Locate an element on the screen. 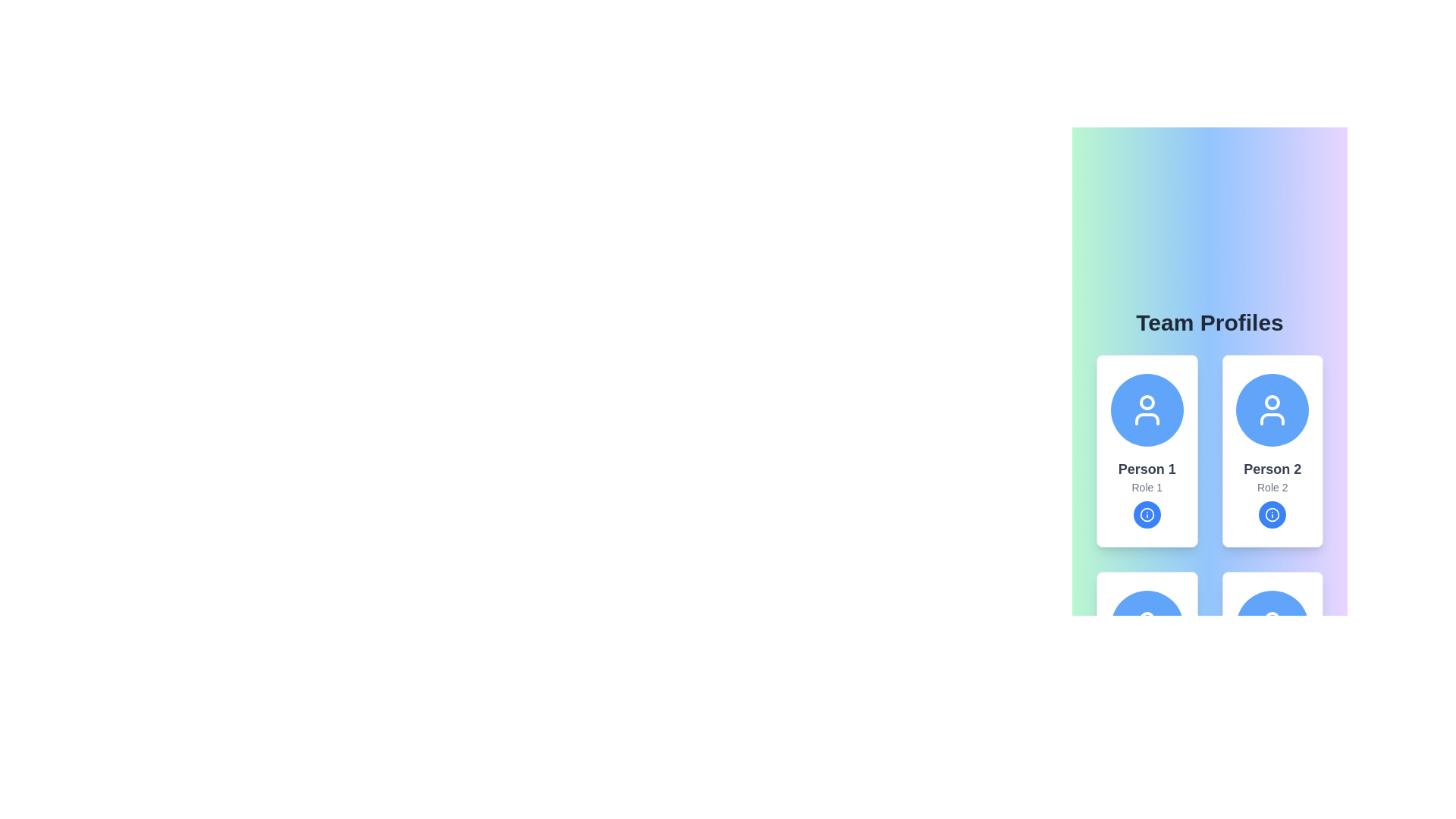 This screenshot has height=819, width=1456. role information displayed in the text label 'Role 1' which is styled with small, gray text located below the name label 'Person 1' in the profile card is located at coordinates (1147, 488).